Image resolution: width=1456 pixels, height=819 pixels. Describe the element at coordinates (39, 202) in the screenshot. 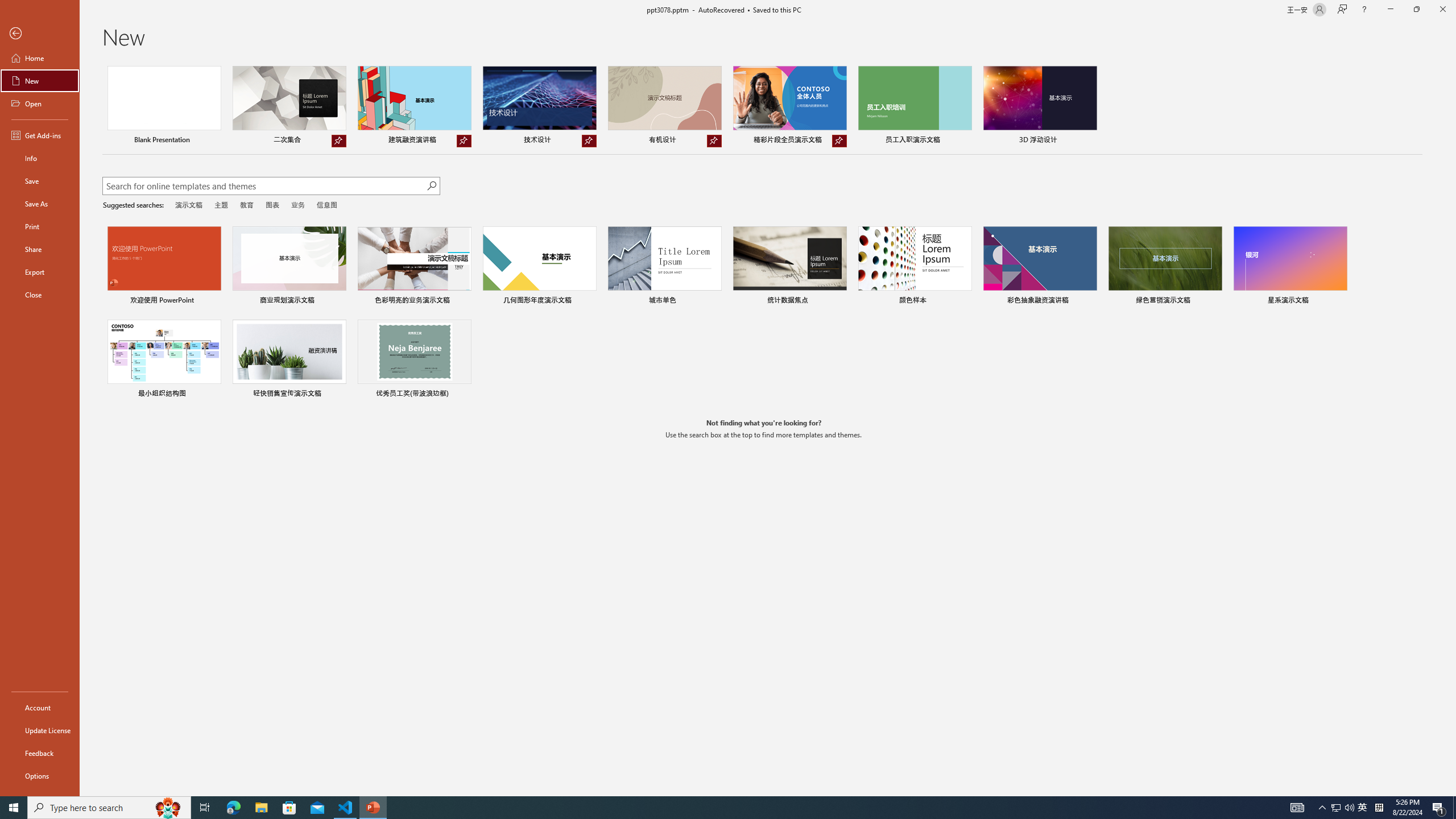

I see `'Save As'` at that location.